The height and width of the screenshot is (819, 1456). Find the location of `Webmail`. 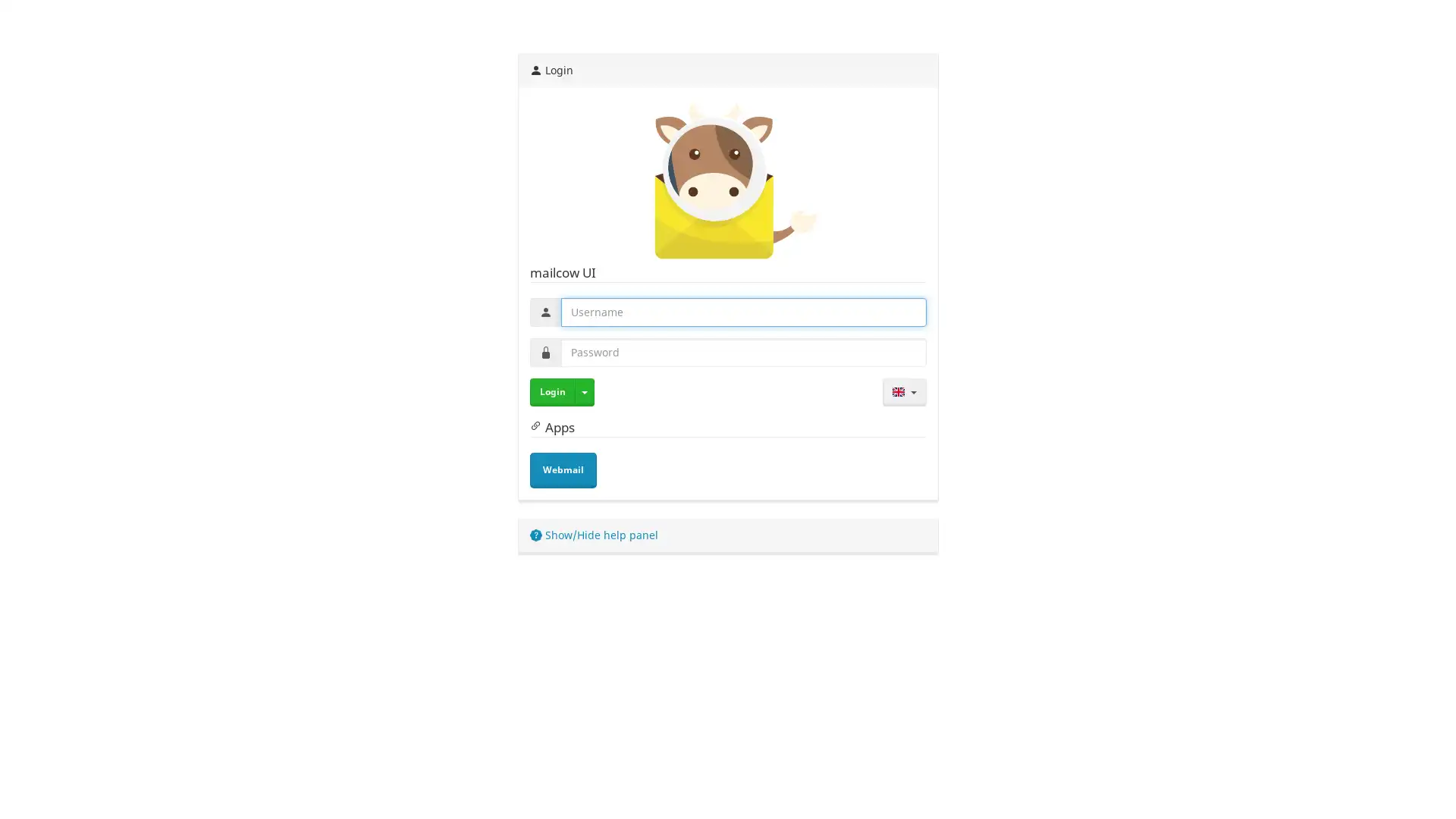

Webmail is located at coordinates (562, 469).